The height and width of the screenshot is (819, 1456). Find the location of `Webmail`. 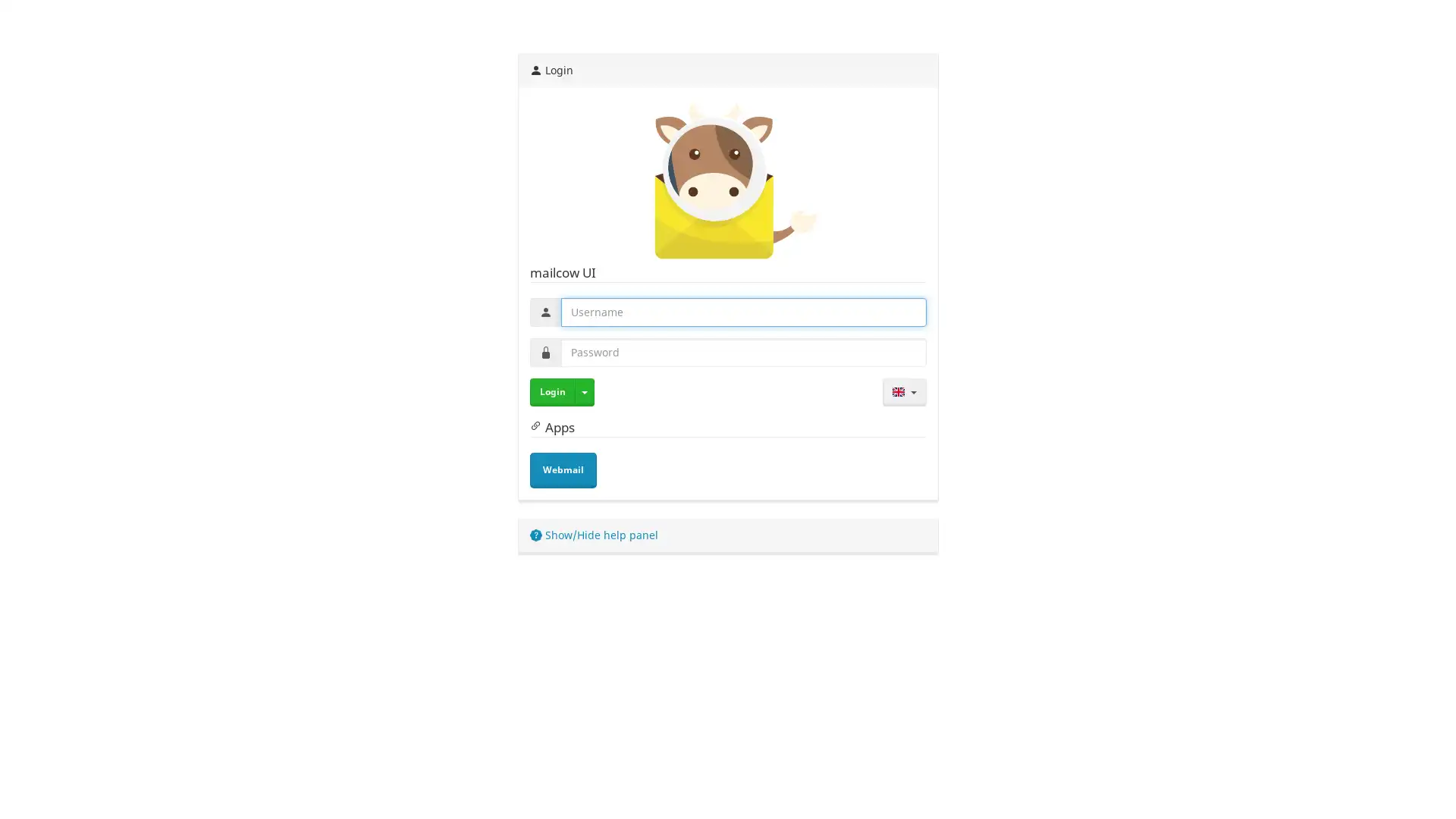

Webmail is located at coordinates (562, 469).